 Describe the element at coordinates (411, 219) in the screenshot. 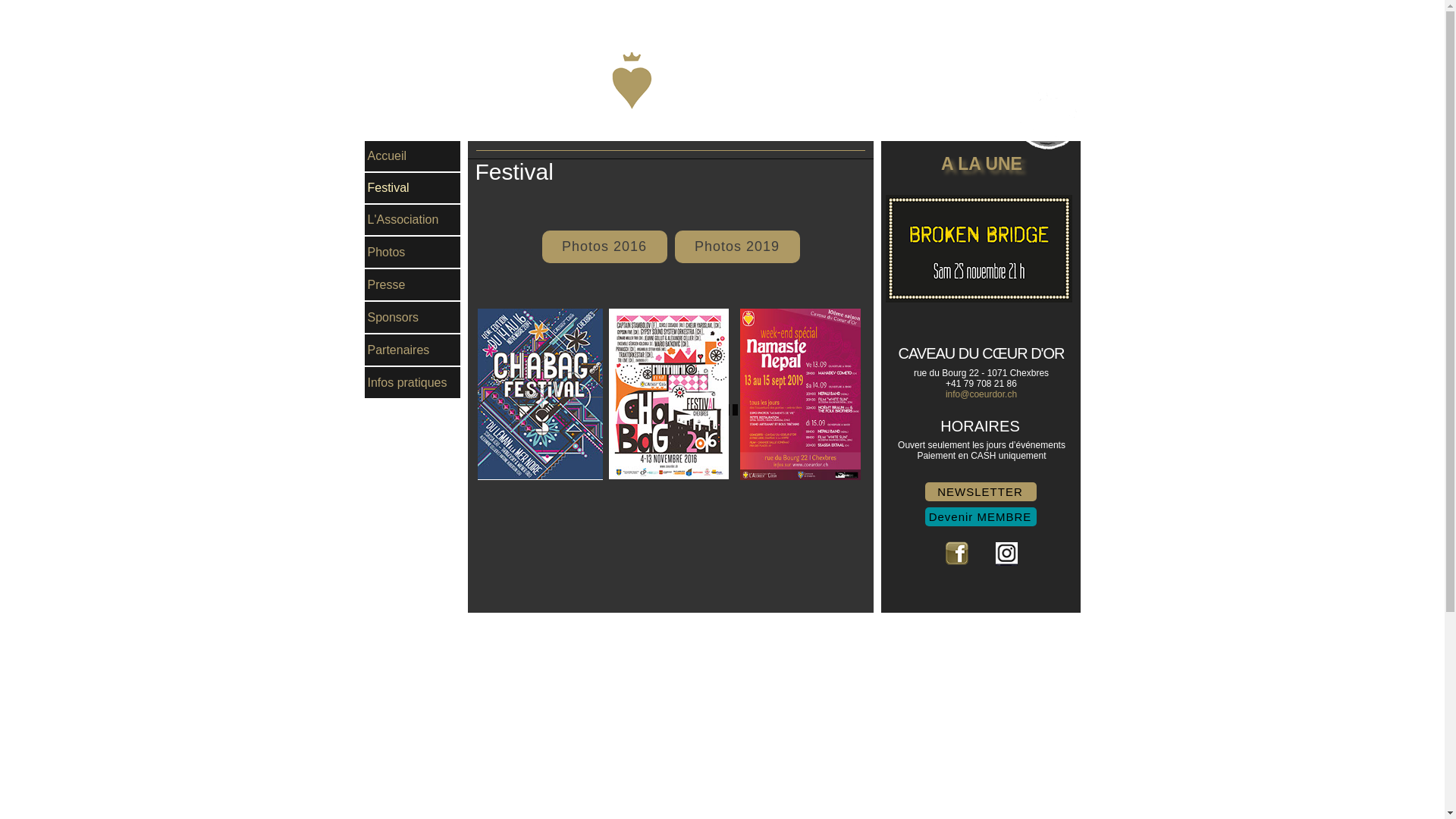

I see `'L'Association'` at that location.